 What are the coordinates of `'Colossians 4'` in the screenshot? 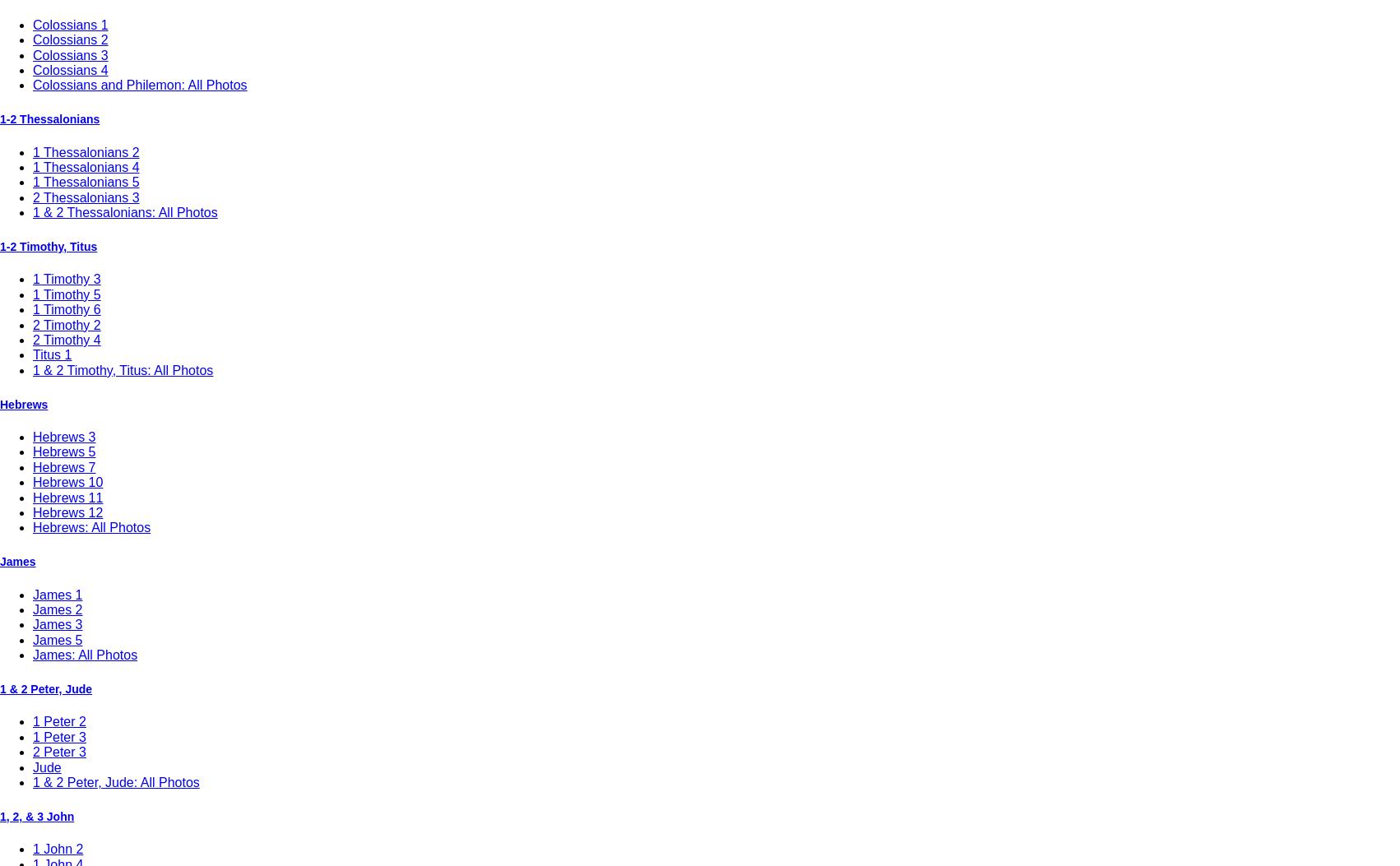 It's located at (32, 69).